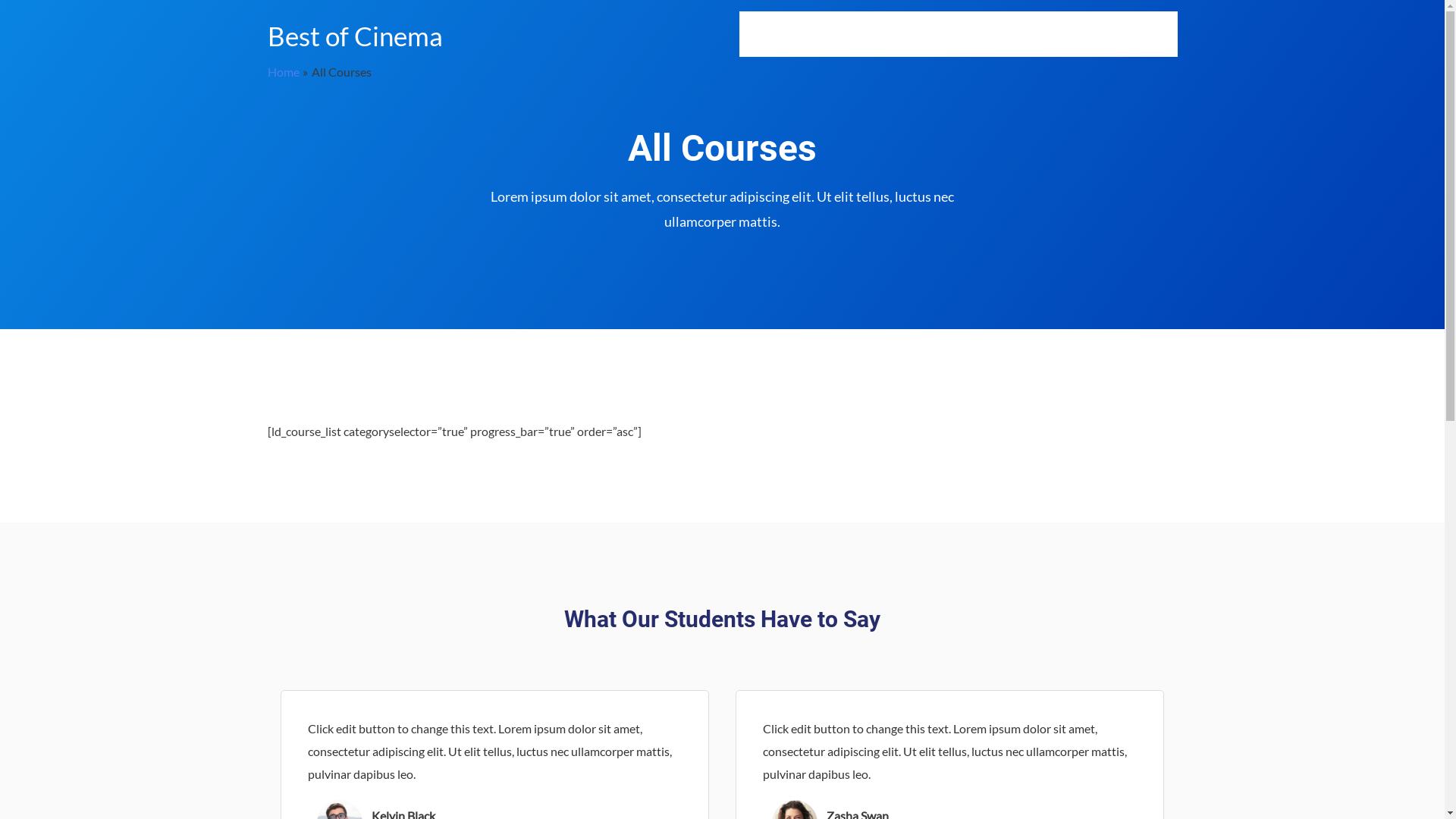 Image resolution: width=1456 pixels, height=819 pixels. What do you see at coordinates (1157, 34) in the screenshot?
I see `'Search'` at bounding box center [1157, 34].